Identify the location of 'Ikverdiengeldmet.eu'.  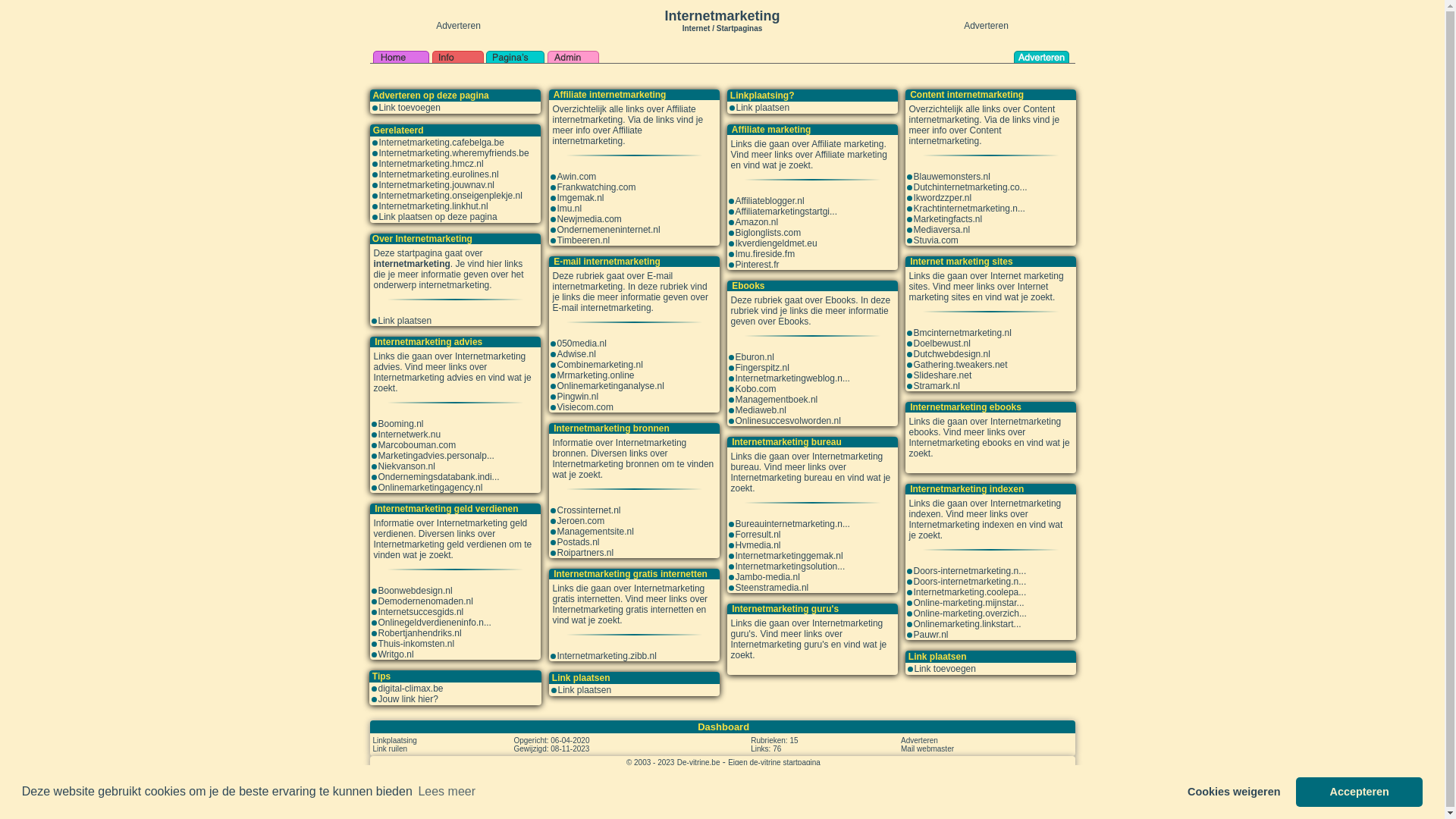
(776, 242).